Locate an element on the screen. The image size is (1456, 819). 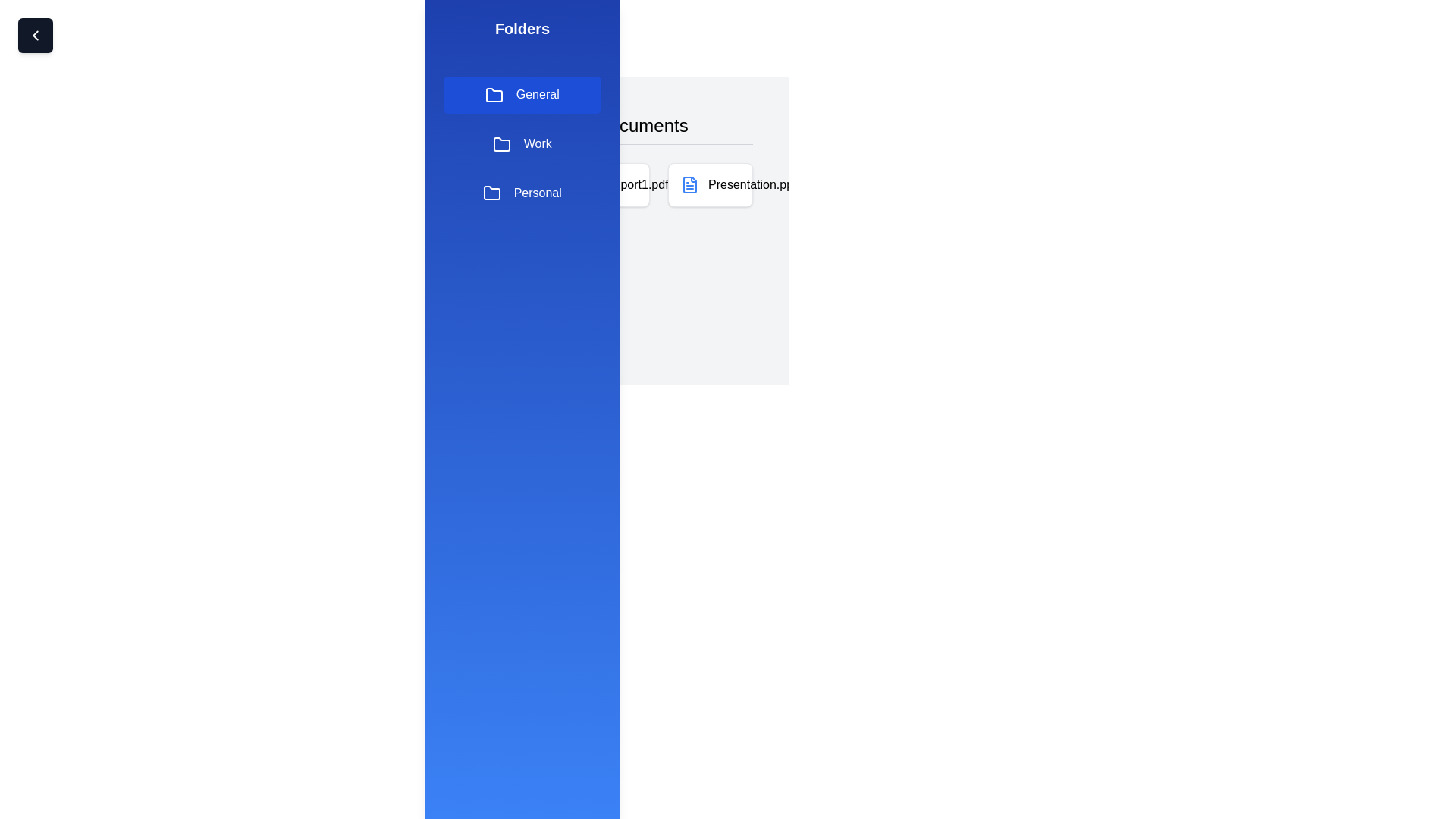
the navigation button that provides access to the 'General' folder, located in the left sidebar above the 'Work' and 'Personal' buttons is located at coordinates (522, 94).